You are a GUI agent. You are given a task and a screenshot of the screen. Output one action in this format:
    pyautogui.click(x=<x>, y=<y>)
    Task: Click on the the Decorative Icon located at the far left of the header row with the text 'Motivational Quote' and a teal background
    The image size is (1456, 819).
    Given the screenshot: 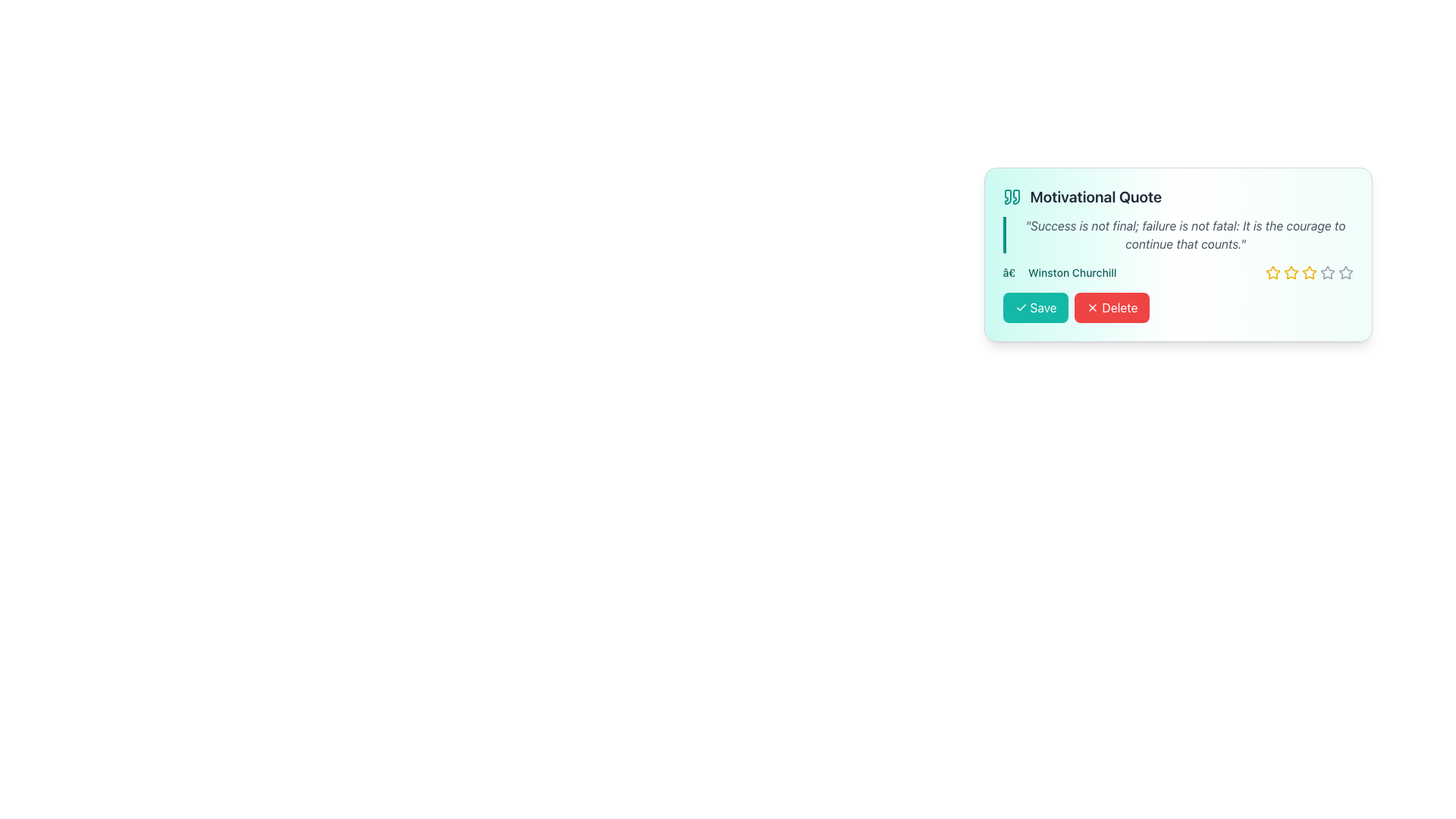 What is the action you would take?
    pyautogui.click(x=1012, y=196)
    